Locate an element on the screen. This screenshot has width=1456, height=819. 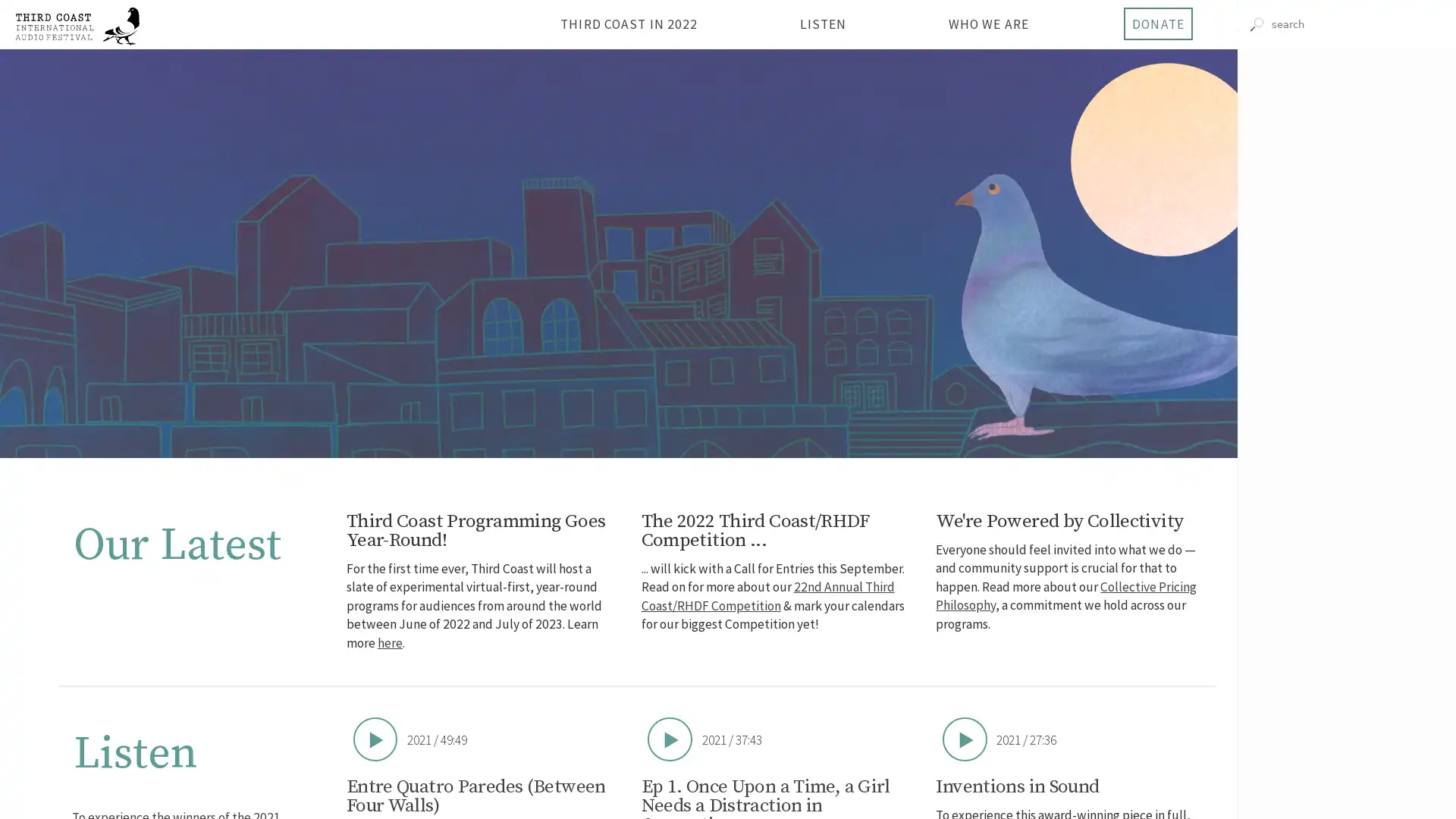
Play Now is located at coordinates (669, 738).